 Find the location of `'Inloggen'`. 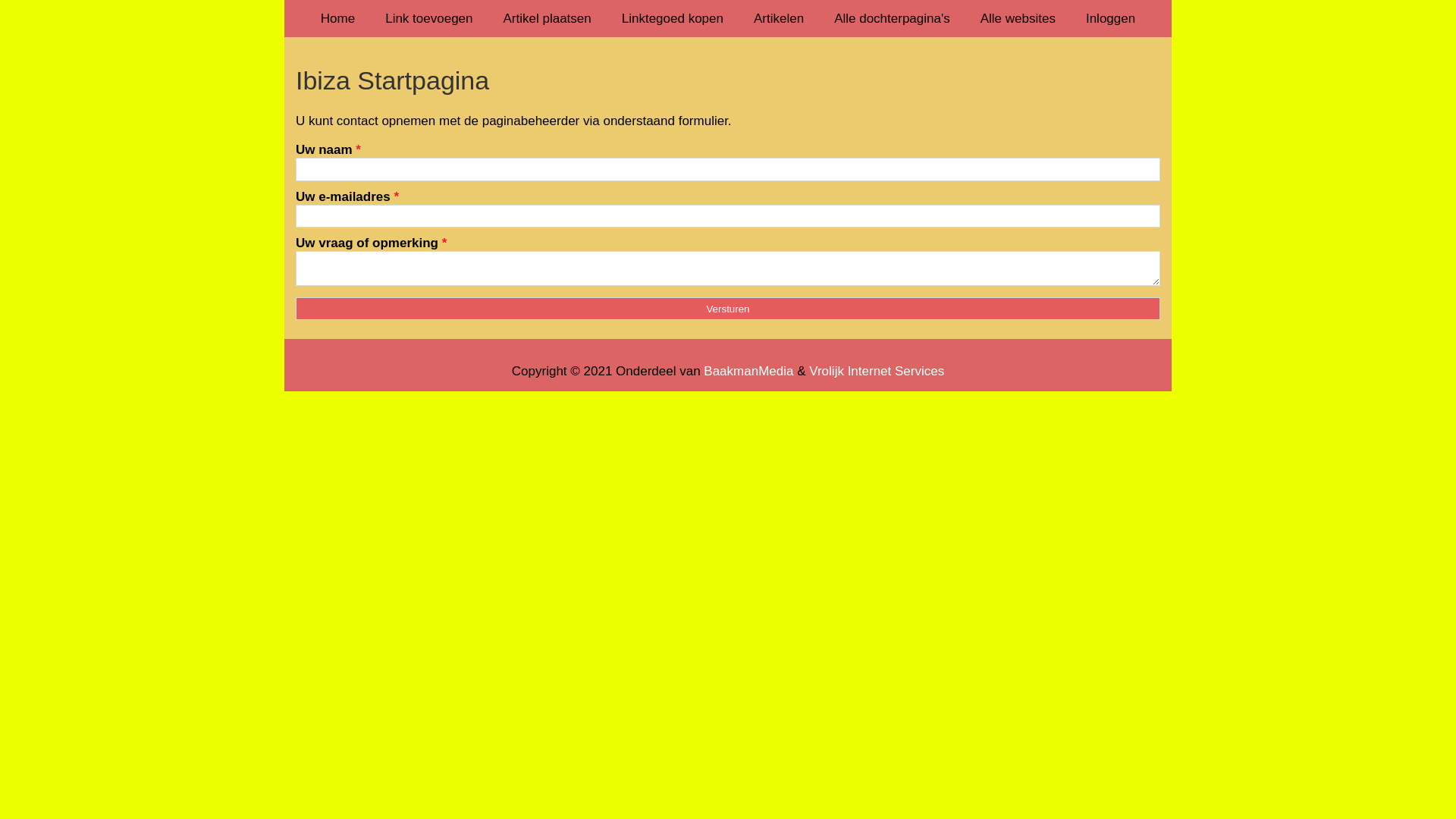

'Inloggen' is located at coordinates (1110, 18).